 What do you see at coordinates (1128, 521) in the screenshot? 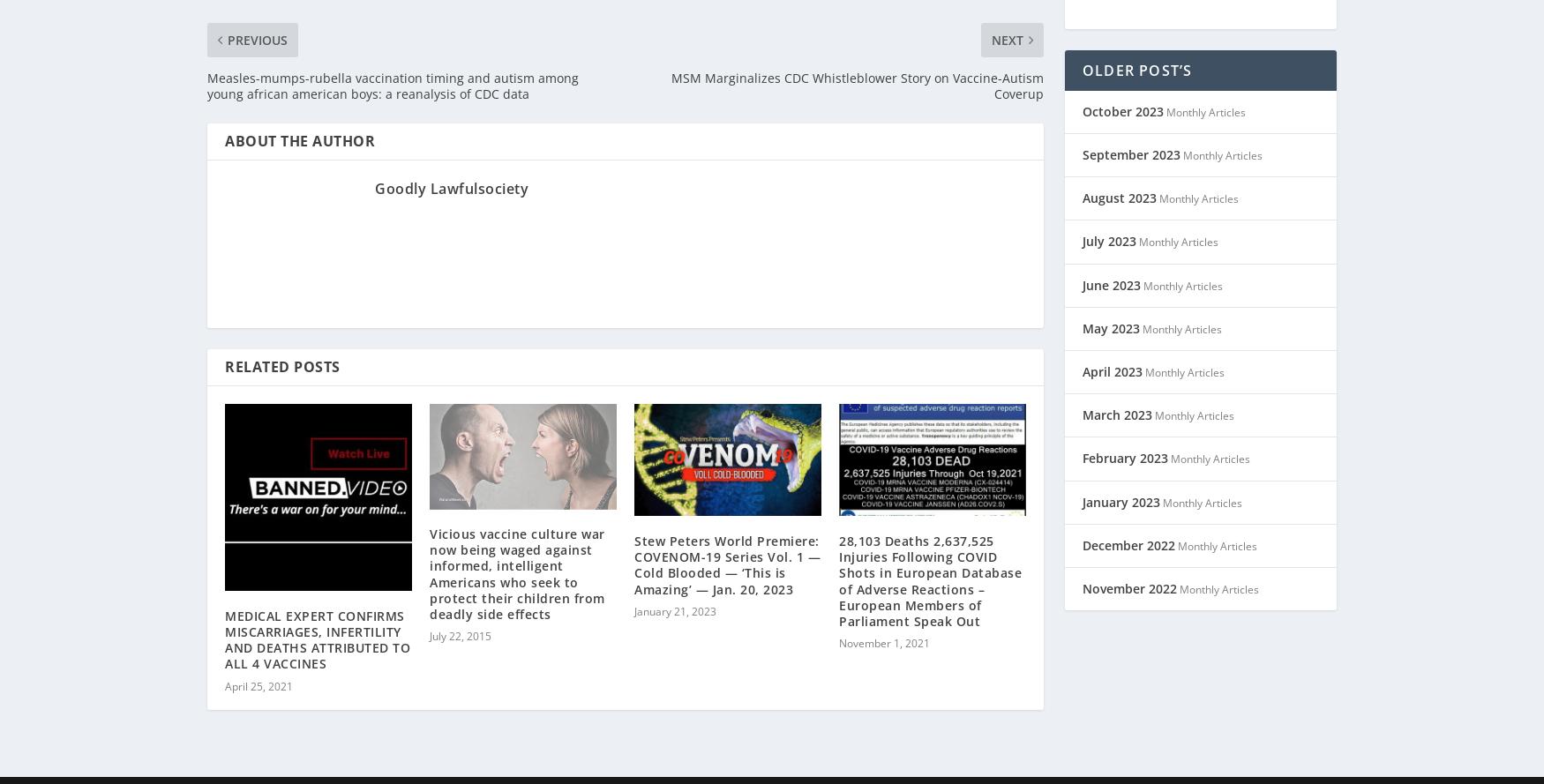
I see `'December 2022'` at bounding box center [1128, 521].